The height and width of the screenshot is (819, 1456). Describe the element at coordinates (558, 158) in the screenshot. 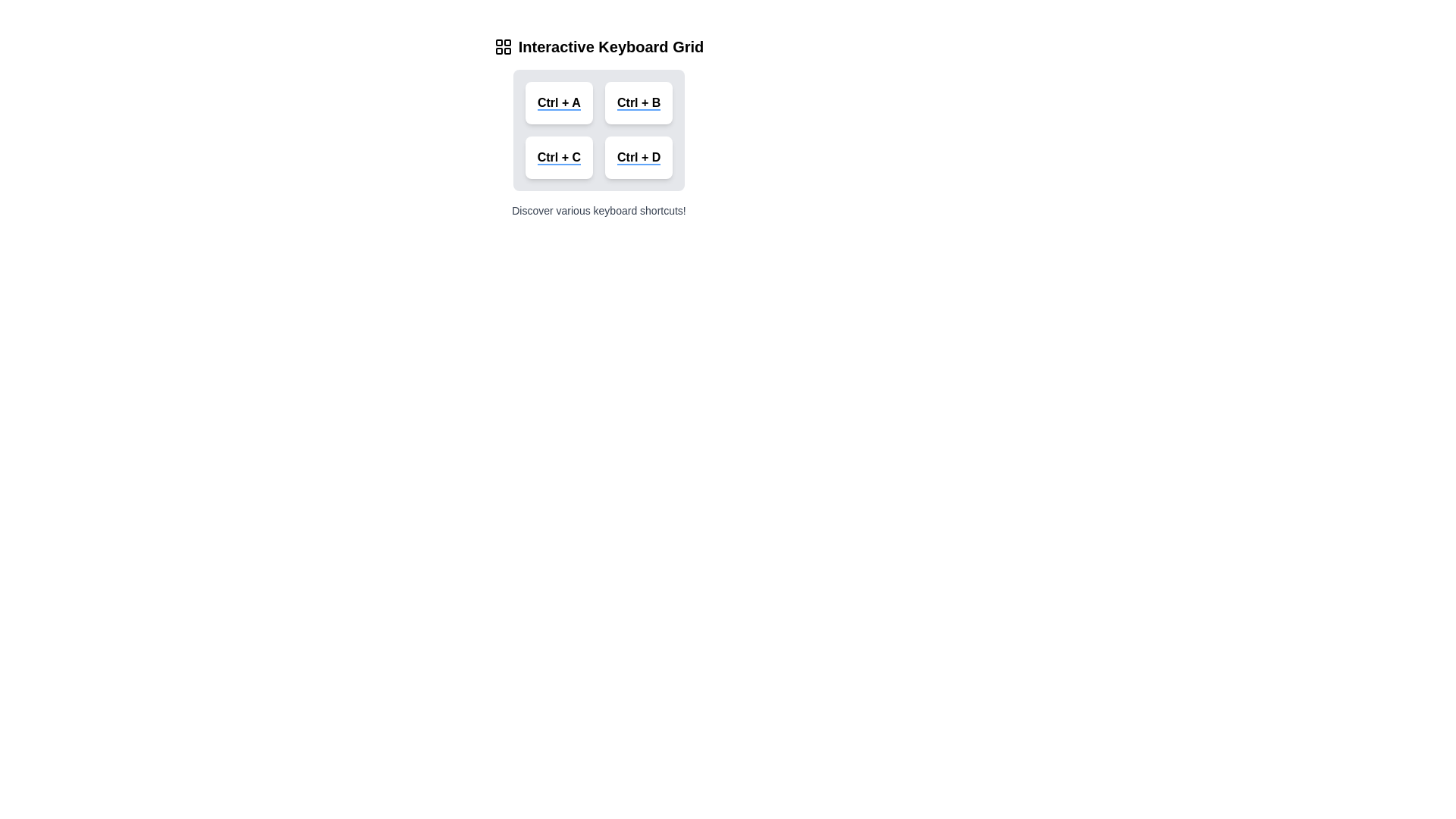

I see `the information provided by the informational card representing the keyboard shortcut 'Ctrl + C', located in the second row and first column of a 2x2 grid layout` at that location.